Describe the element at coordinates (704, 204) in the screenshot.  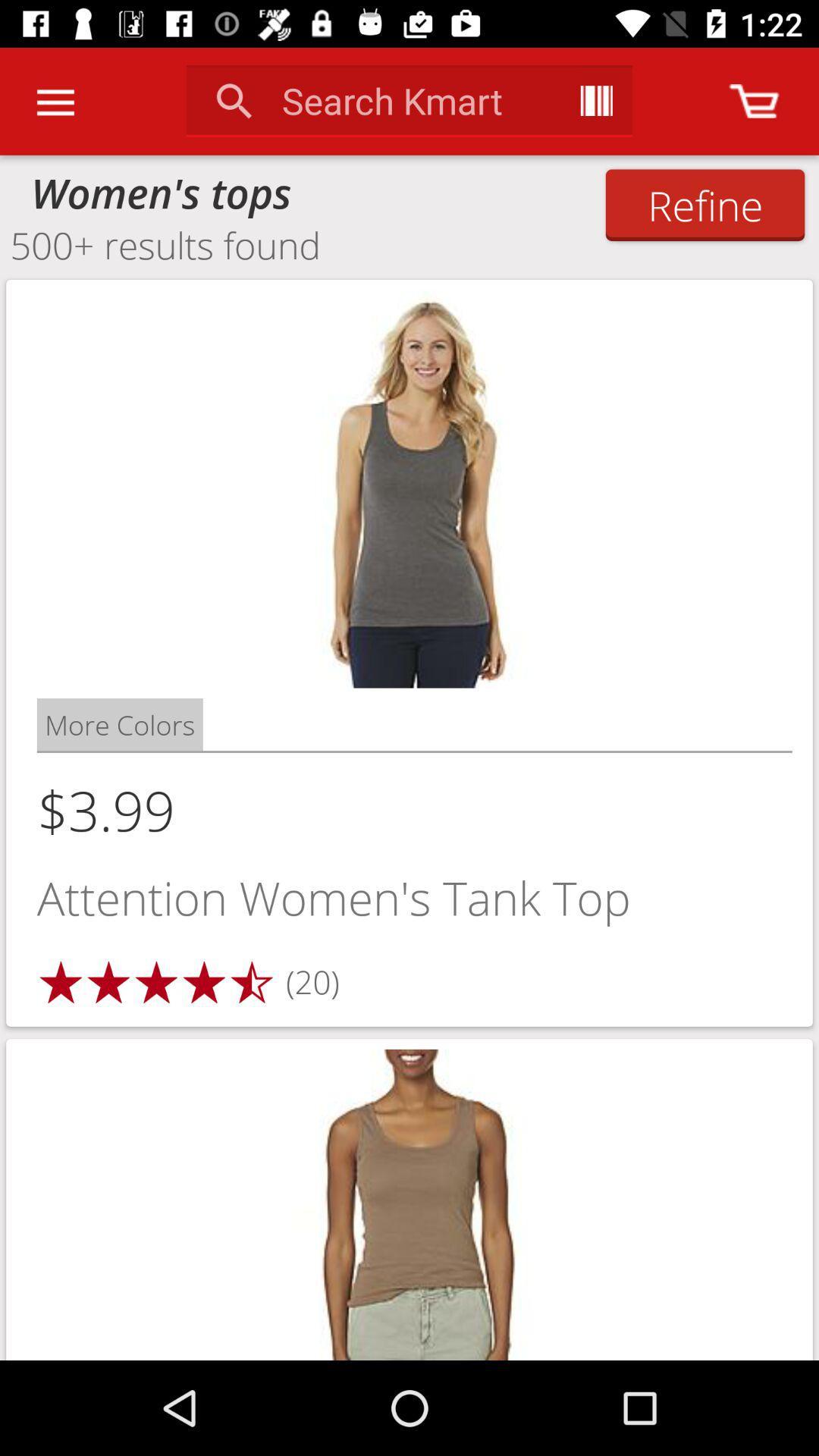
I see `icon to the right of the  women's tops` at that location.